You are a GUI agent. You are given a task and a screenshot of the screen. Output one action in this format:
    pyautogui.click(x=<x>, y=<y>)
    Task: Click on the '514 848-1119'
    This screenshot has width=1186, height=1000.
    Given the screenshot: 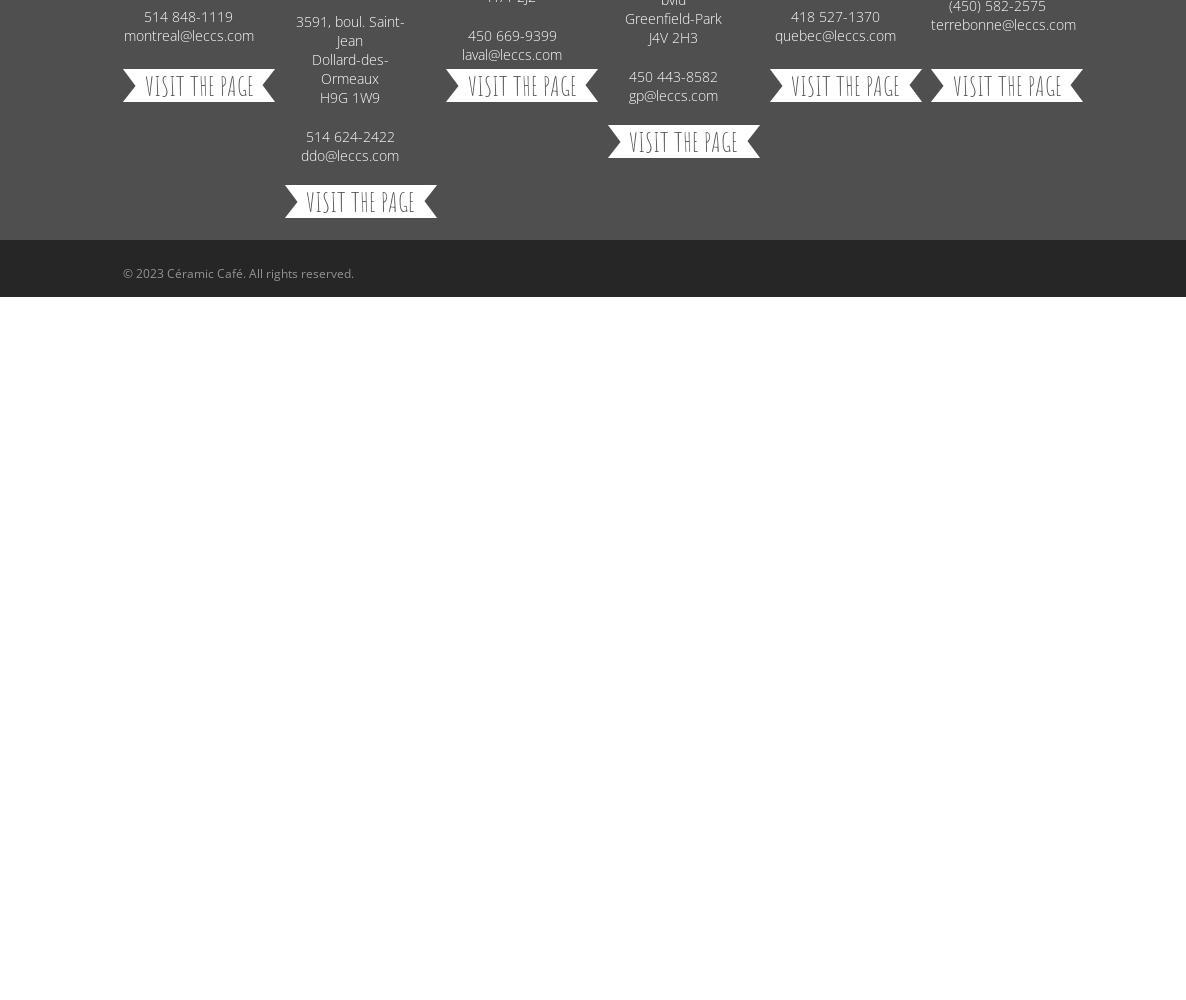 What is the action you would take?
    pyautogui.click(x=188, y=16)
    